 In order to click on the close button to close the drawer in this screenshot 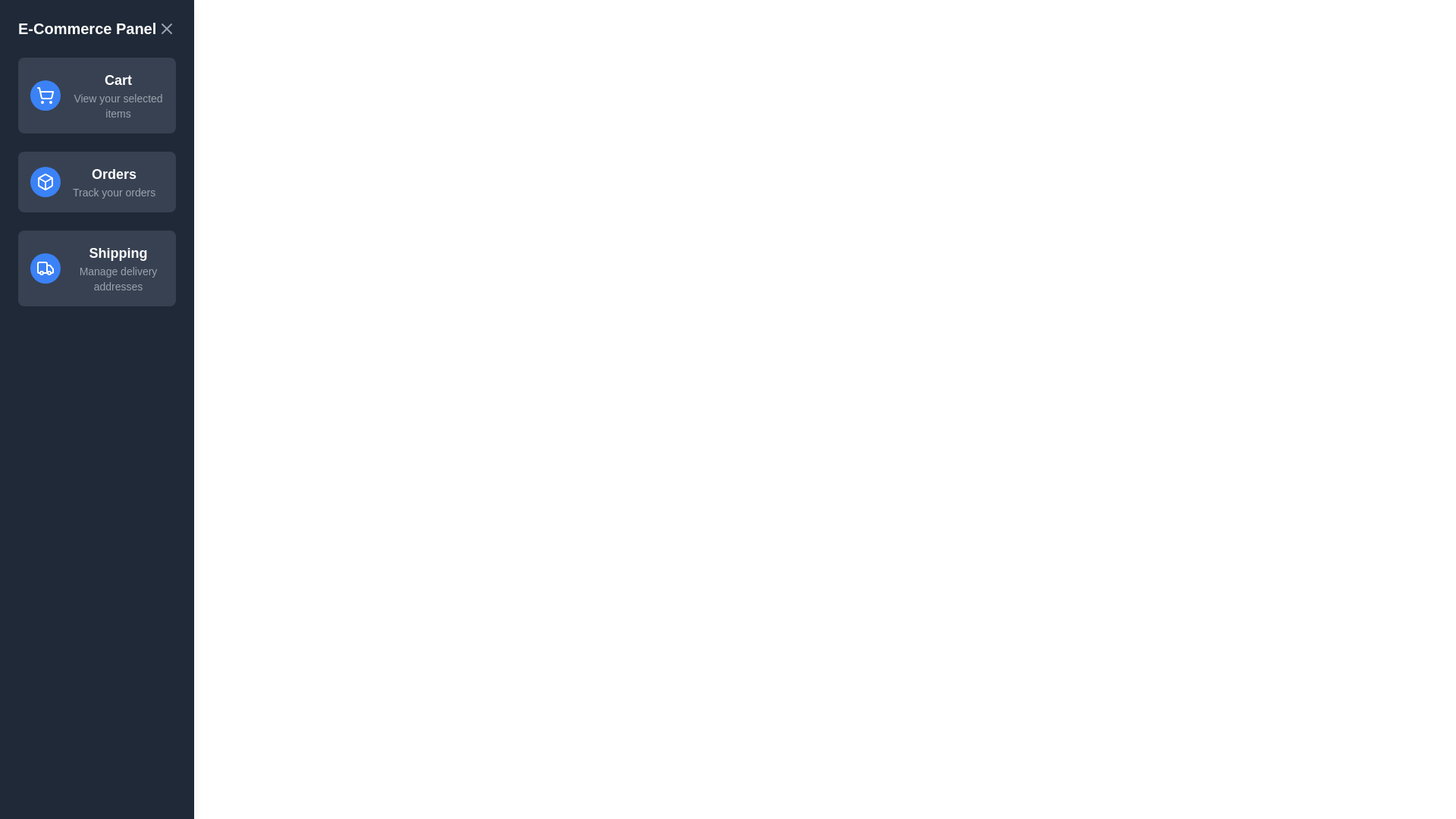, I will do `click(167, 29)`.